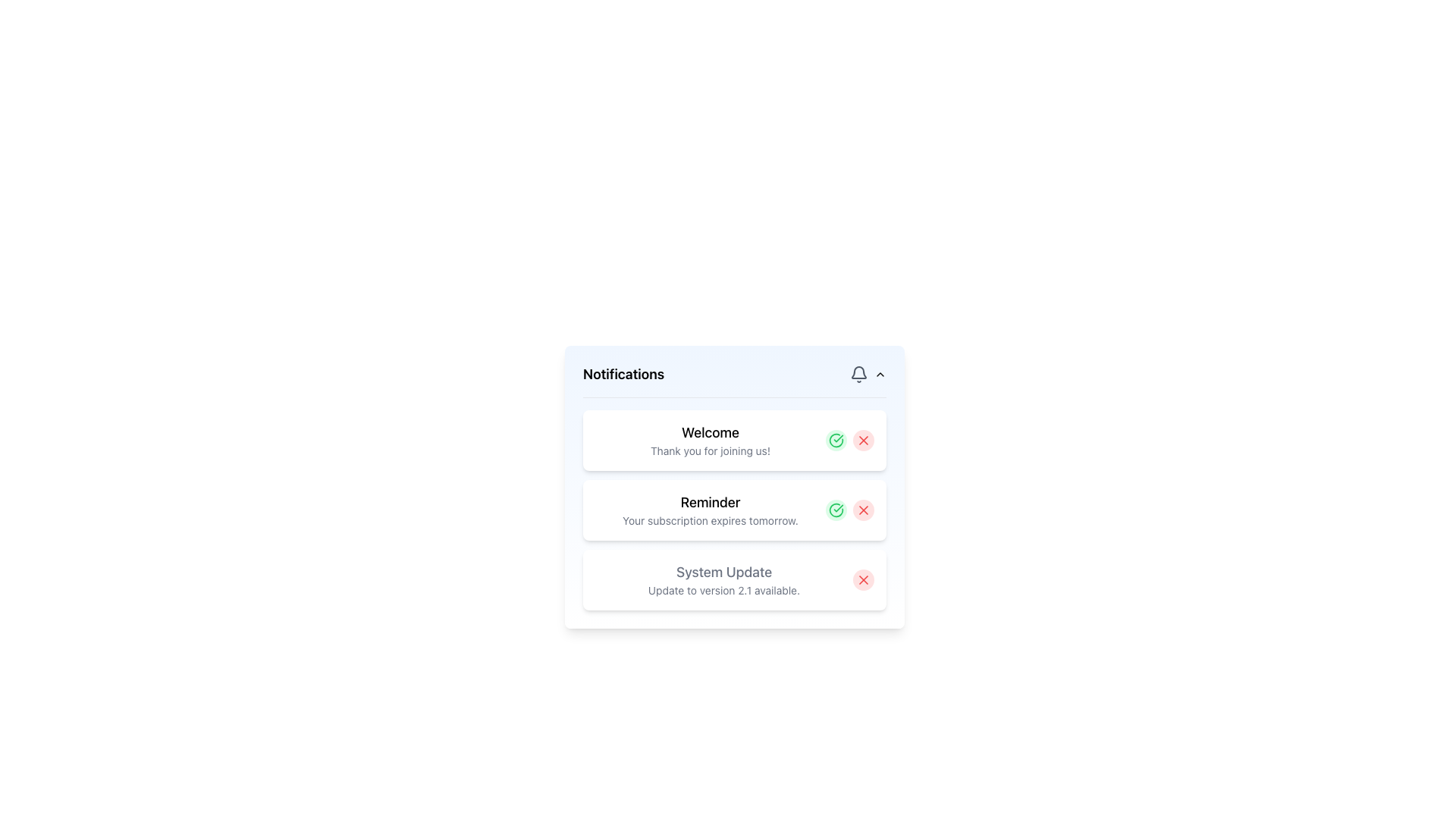 Image resolution: width=1456 pixels, height=819 pixels. What do you see at coordinates (868, 374) in the screenshot?
I see `the interactive control with an icon and a dropdown toggle located in the top-right corner of the 'Notifications' panel` at bounding box center [868, 374].